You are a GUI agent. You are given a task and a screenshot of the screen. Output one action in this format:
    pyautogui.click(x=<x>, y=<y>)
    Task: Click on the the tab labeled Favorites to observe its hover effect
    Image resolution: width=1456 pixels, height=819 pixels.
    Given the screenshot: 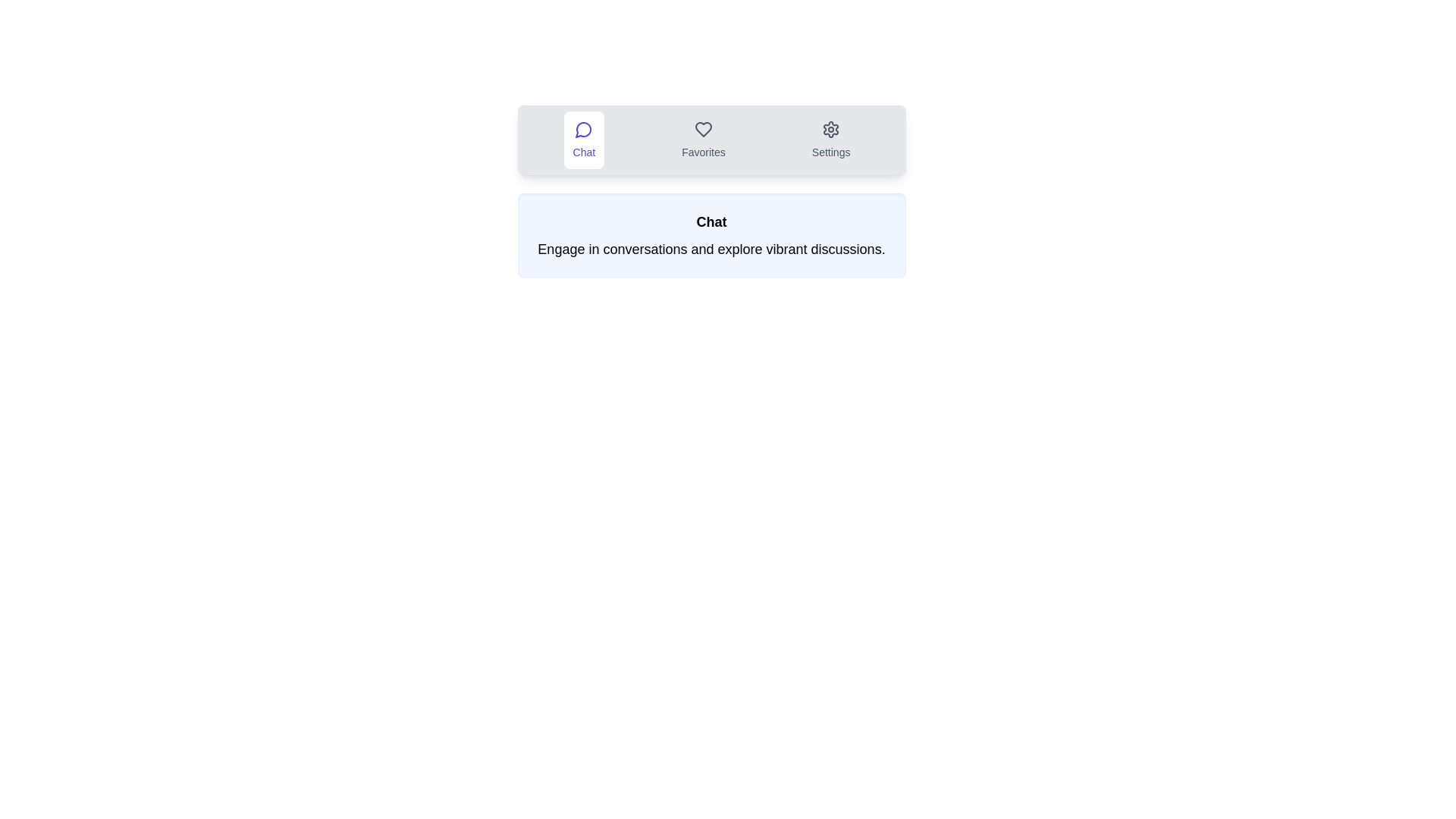 What is the action you would take?
    pyautogui.click(x=702, y=140)
    